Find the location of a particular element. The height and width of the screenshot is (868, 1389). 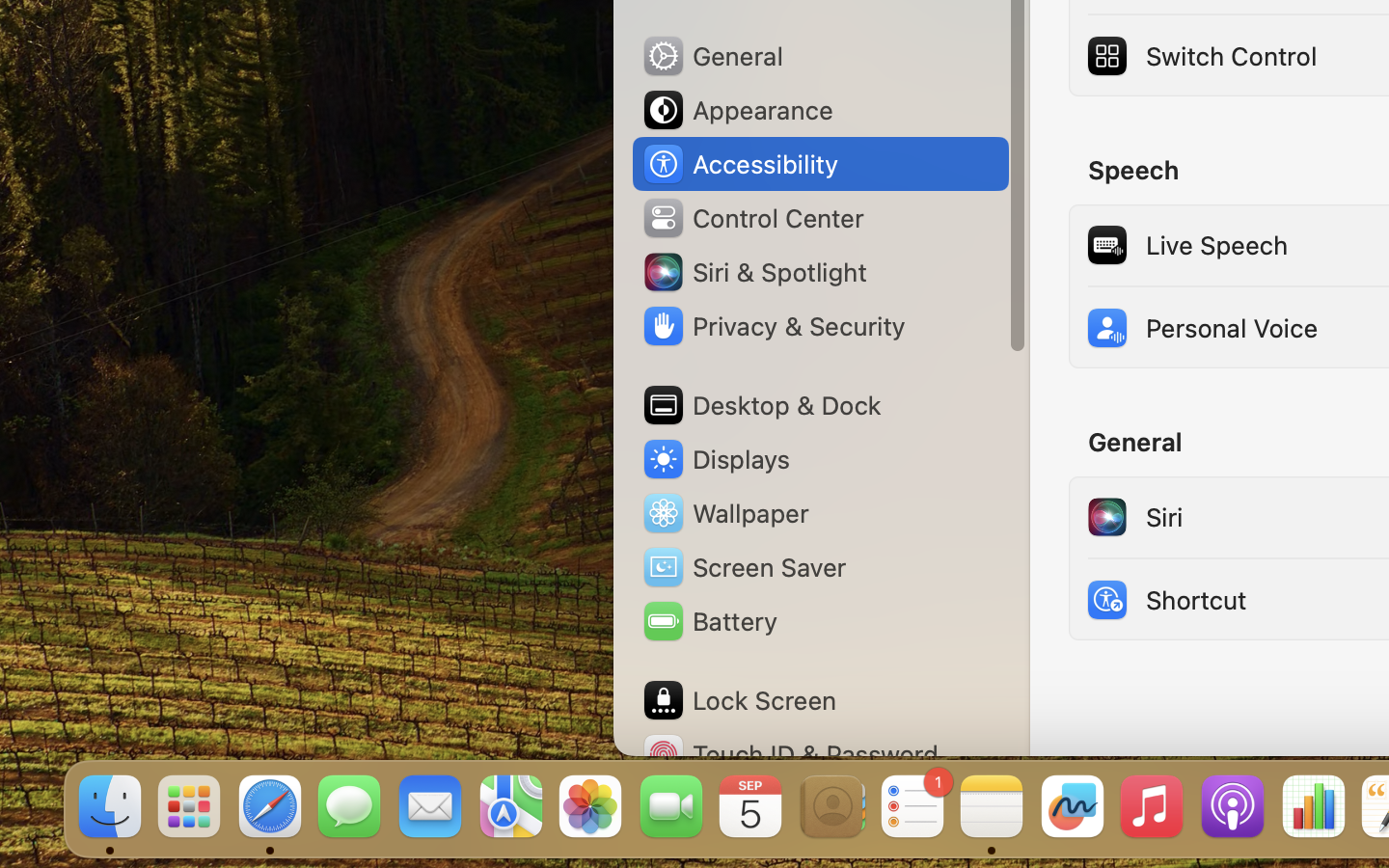

'Privacy & Security' is located at coordinates (773, 326).